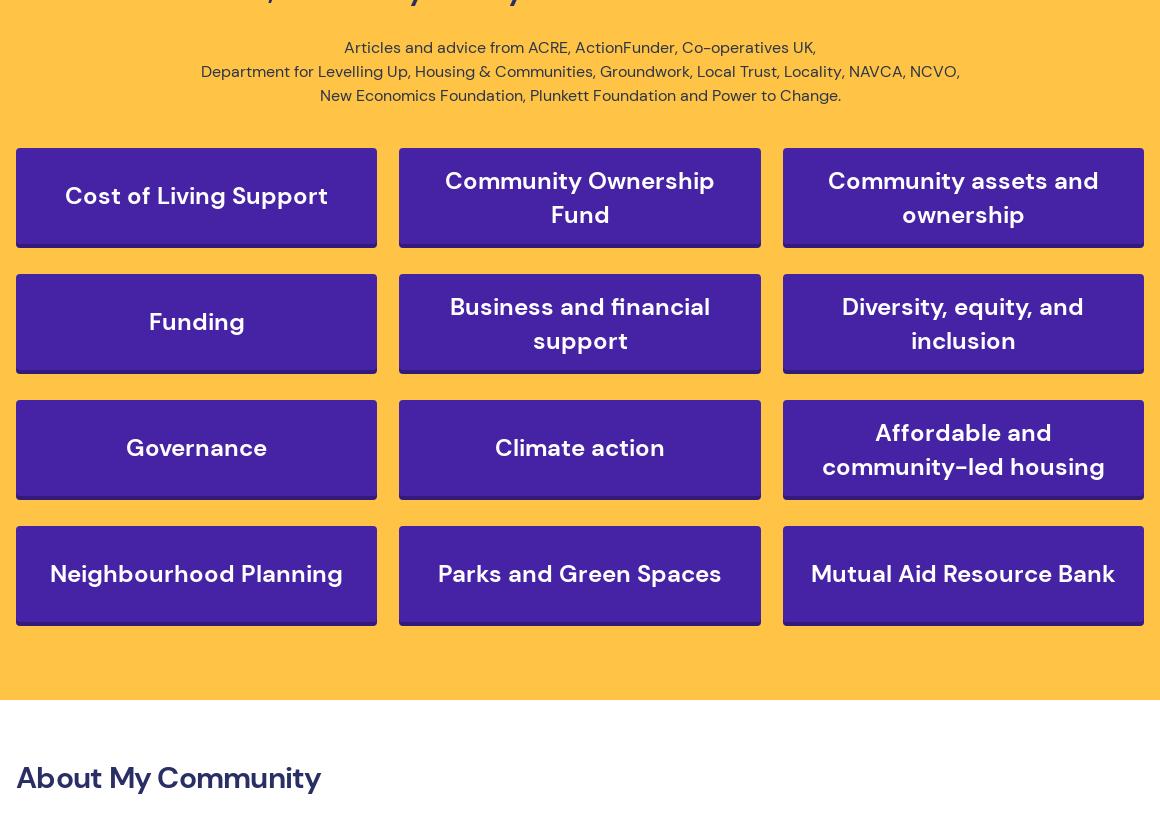 This screenshot has width=1160, height=829. What do you see at coordinates (318, 95) in the screenshot?
I see `'New Economics Foundation'` at bounding box center [318, 95].